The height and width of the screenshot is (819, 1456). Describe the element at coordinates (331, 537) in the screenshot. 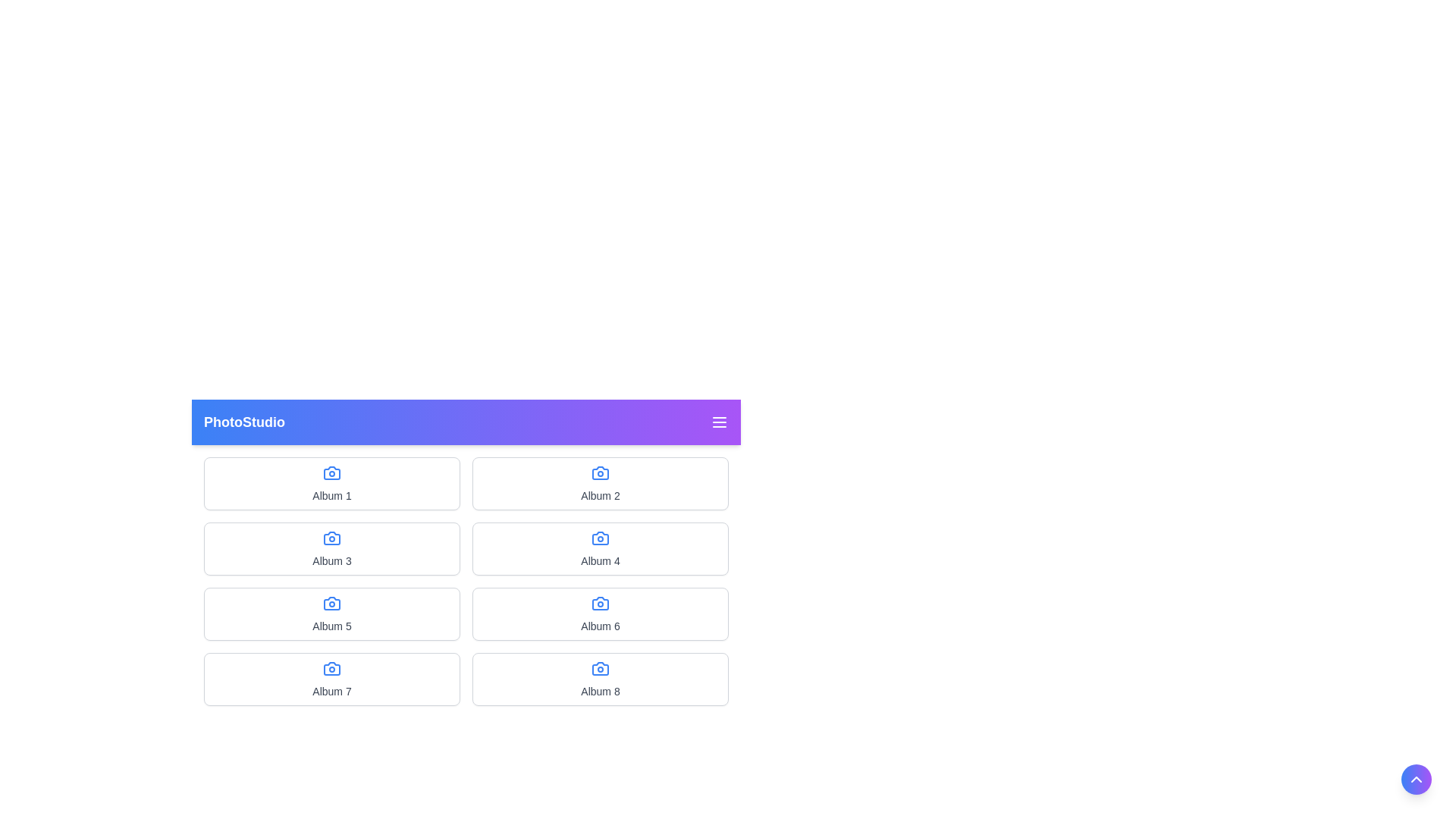

I see `the camera icon located above the 'Album 3' label, which is the third element in the grid layout` at that location.